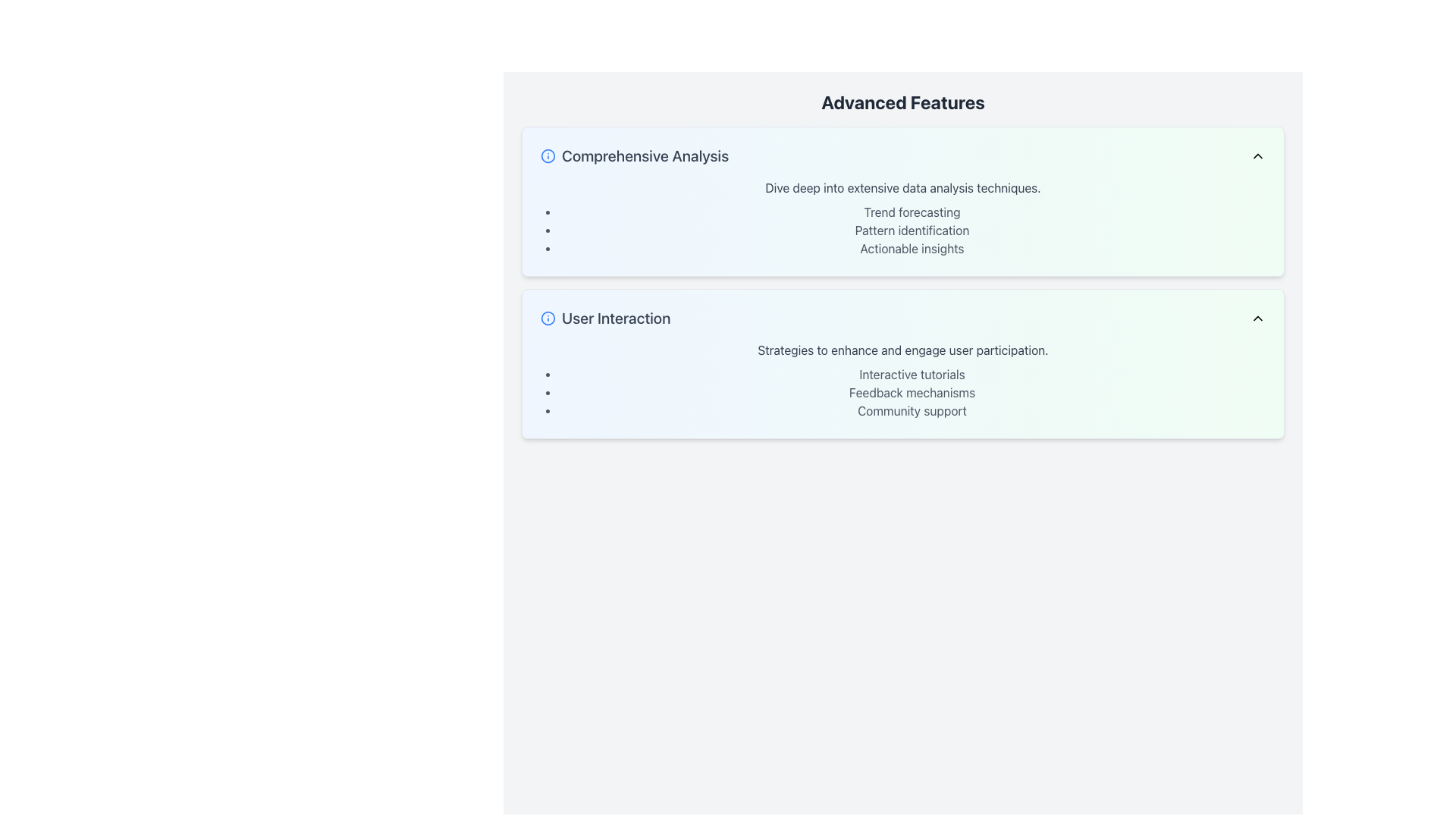 The width and height of the screenshot is (1456, 819). What do you see at coordinates (1258, 155) in the screenshot?
I see `the icon button located at the upper-right corner of the 'Comprehensive Analysis' section` at bounding box center [1258, 155].